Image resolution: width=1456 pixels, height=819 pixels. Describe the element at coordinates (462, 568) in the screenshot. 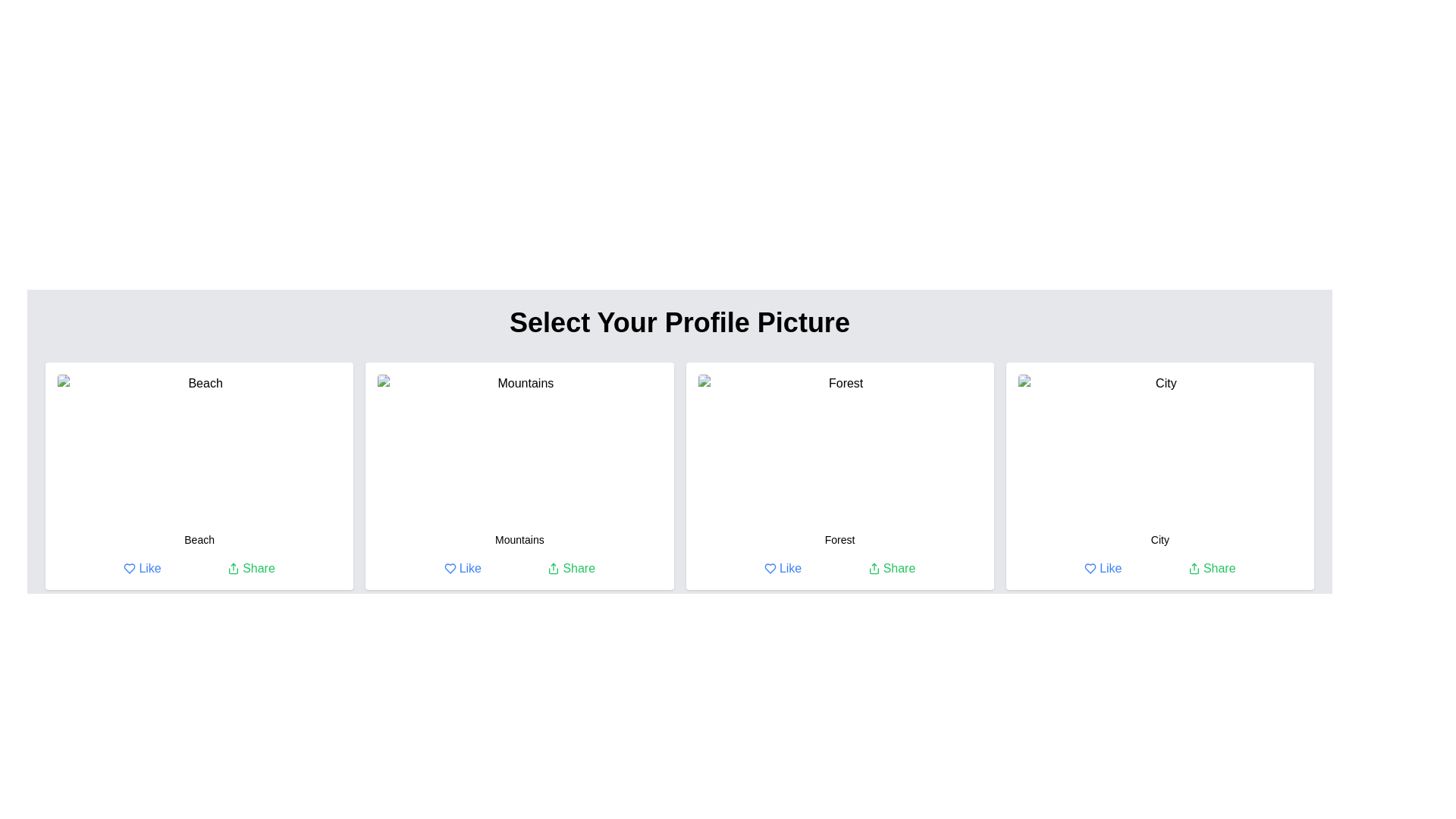

I see `the 'Like' button located in the second card labeled 'Mountains', positioned above the 'Share' button` at that location.